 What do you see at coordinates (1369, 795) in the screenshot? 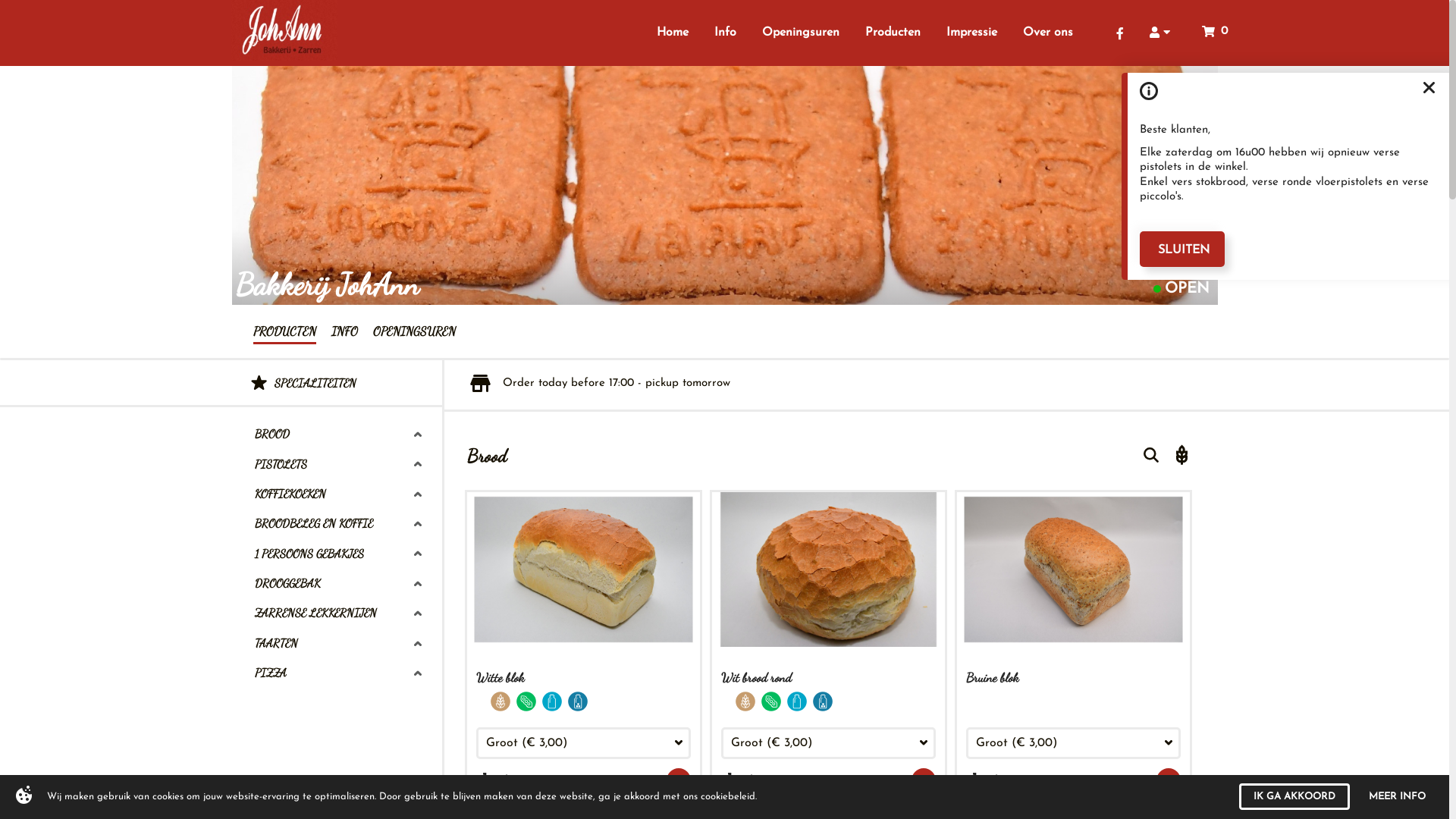
I see `'MORE INFO'` at bounding box center [1369, 795].